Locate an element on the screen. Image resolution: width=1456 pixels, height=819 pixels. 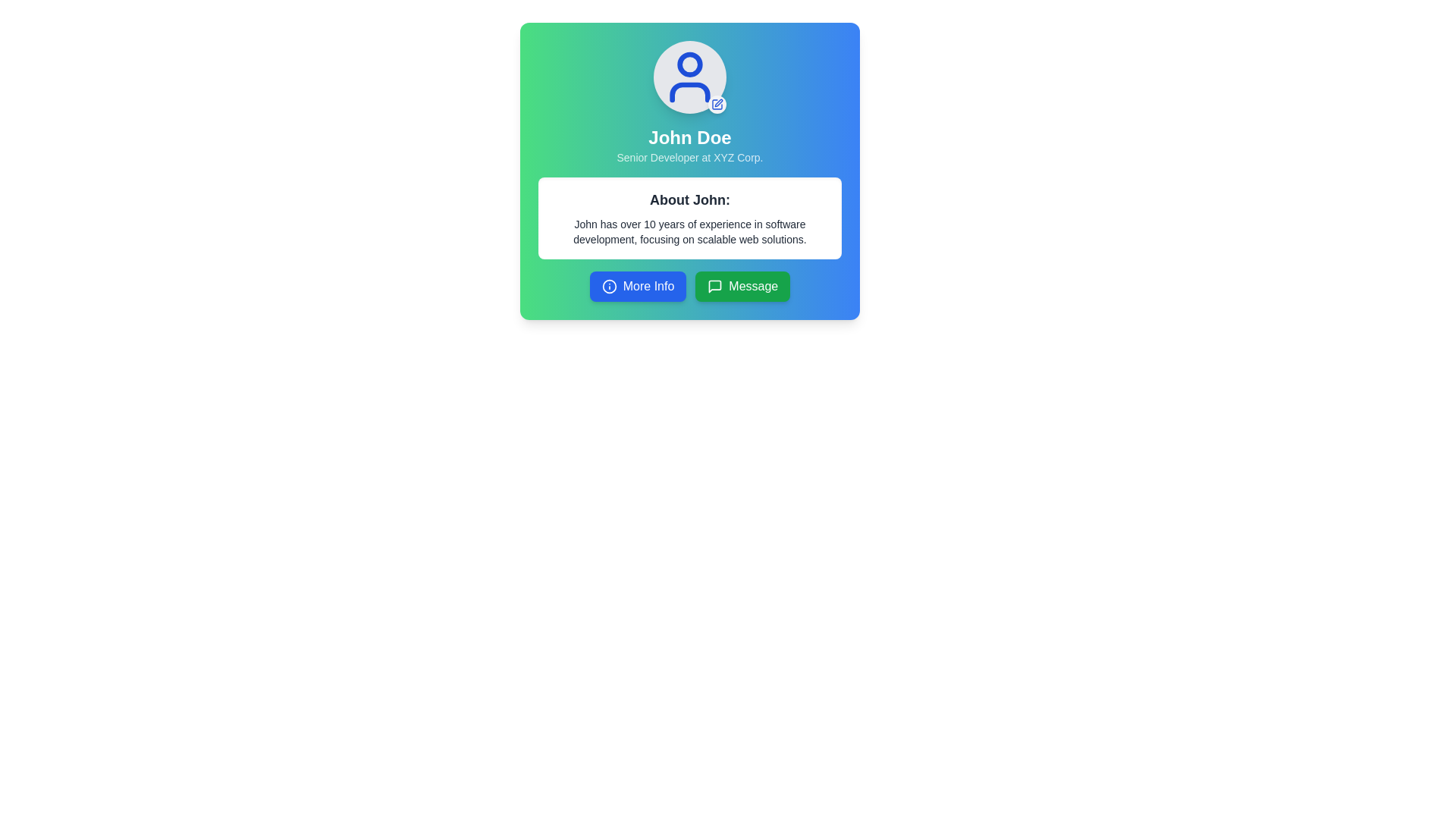
the circular Profile Picture Placeholder with Edit Icon that has a blue outline, located at the top section of the user information card, slightly above the text 'John Doe' is located at coordinates (689, 77).